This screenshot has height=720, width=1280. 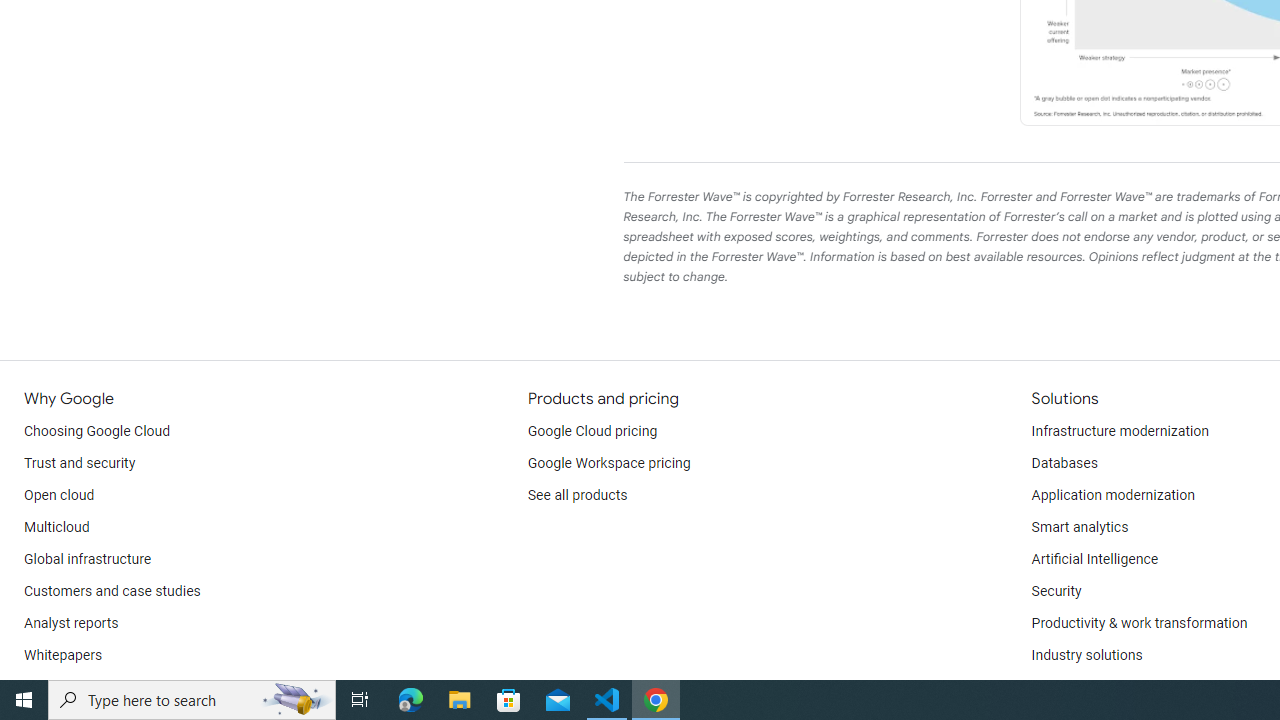 What do you see at coordinates (96, 431) in the screenshot?
I see `'Choosing Google Cloud'` at bounding box center [96, 431].